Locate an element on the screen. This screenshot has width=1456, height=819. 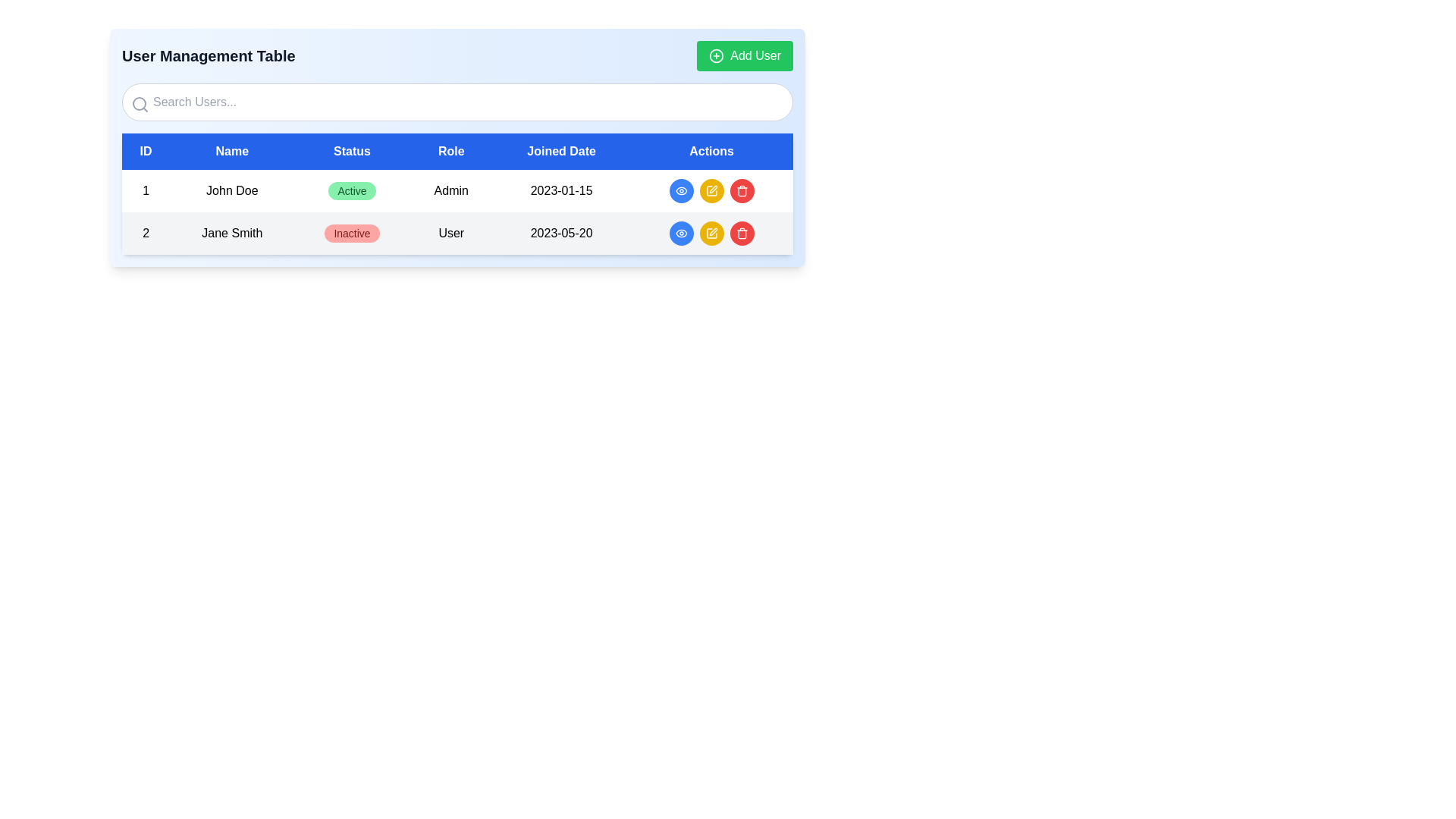
the 'User' text label in the fourth column of the second row of the table is located at coordinates (450, 234).